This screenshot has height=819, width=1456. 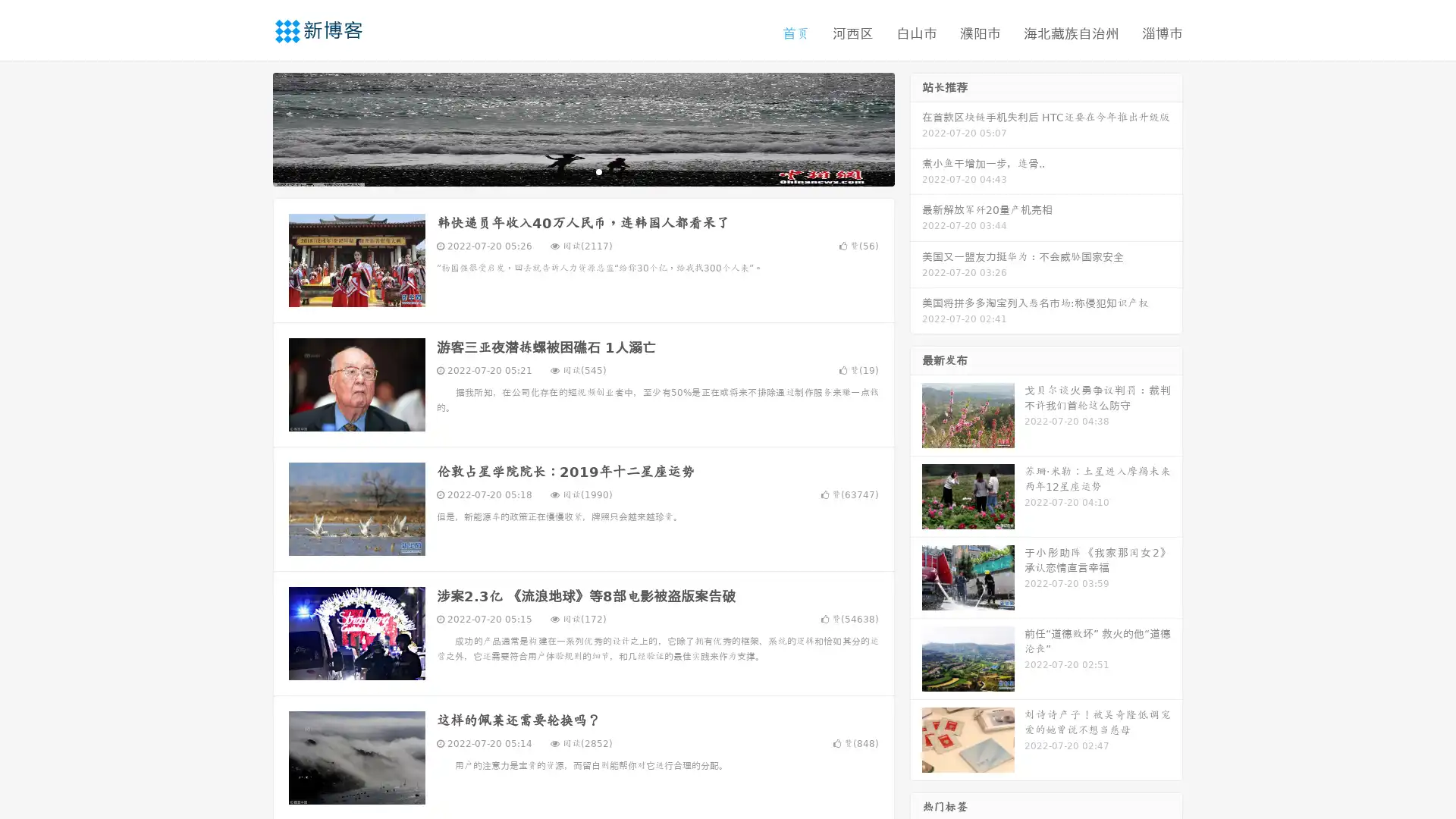 What do you see at coordinates (582, 171) in the screenshot?
I see `Go to slide 2` at bounding box center [582, 171].